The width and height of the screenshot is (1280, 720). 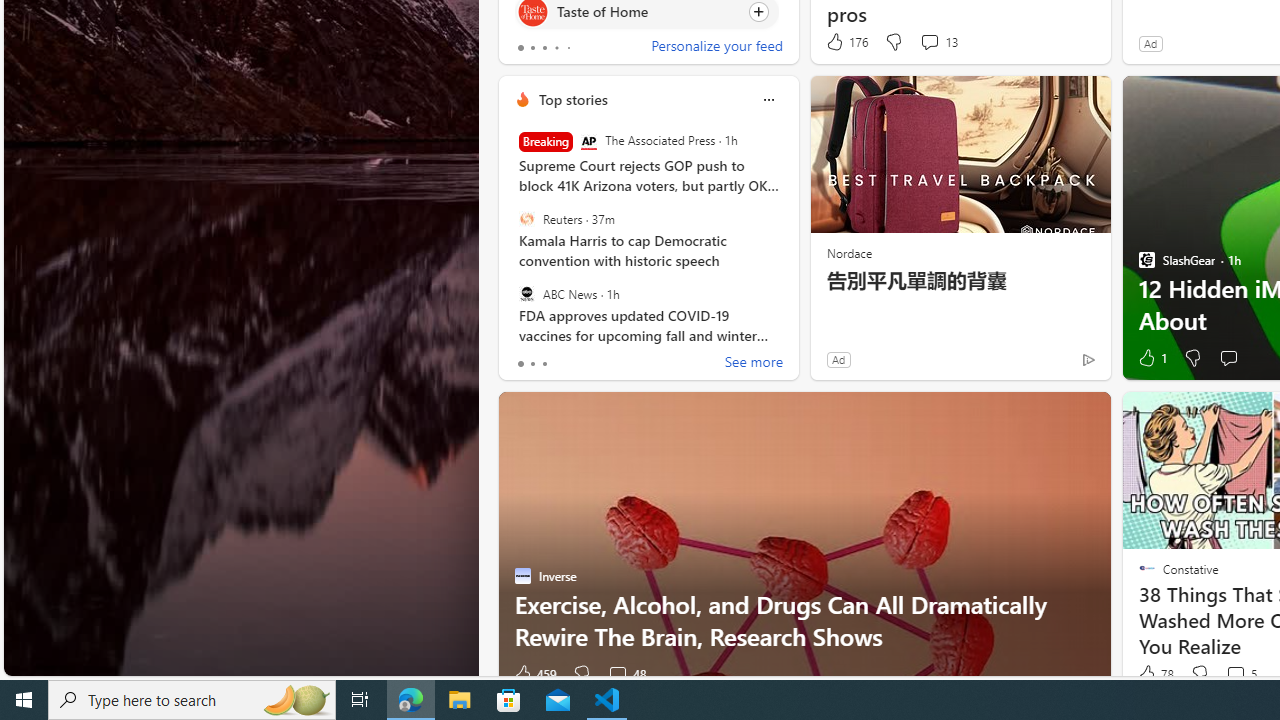 I want to click on '459 Like', so click(x=534, y=674).